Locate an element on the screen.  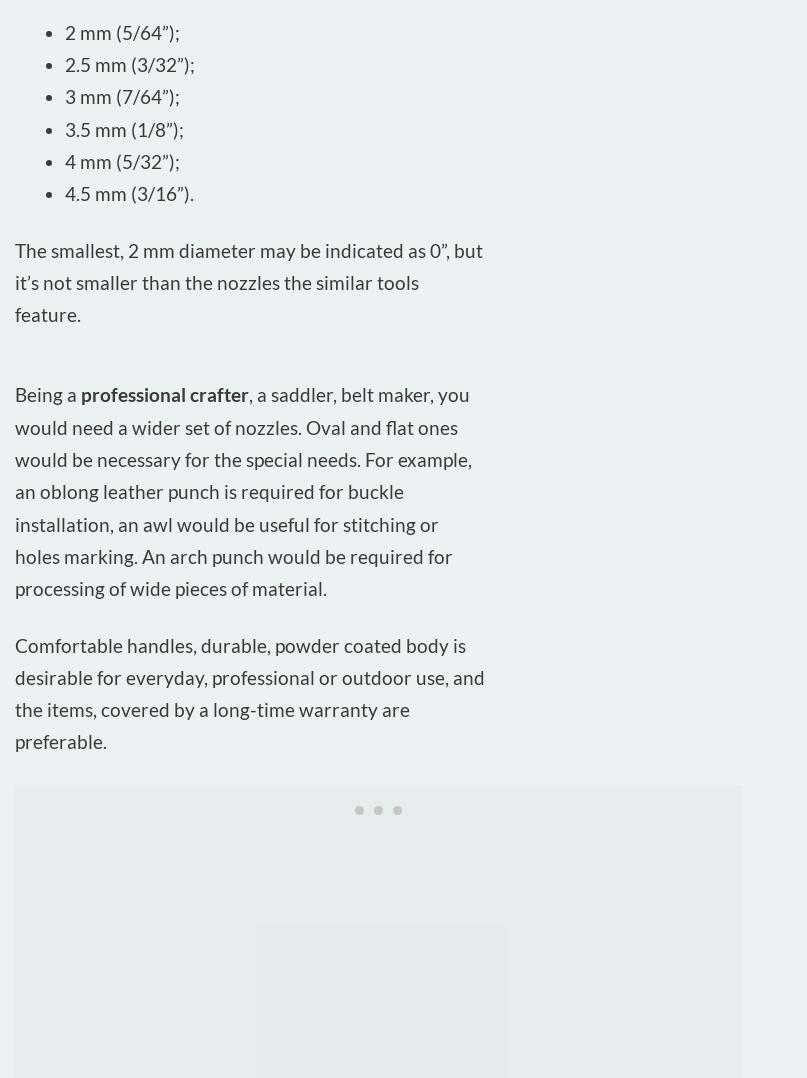
'The smallest, 2 mm diameter may be indicated as 0”, but it’s not smaller than the nozzles the similar tools feature.' is located at coordinates (248, 282).